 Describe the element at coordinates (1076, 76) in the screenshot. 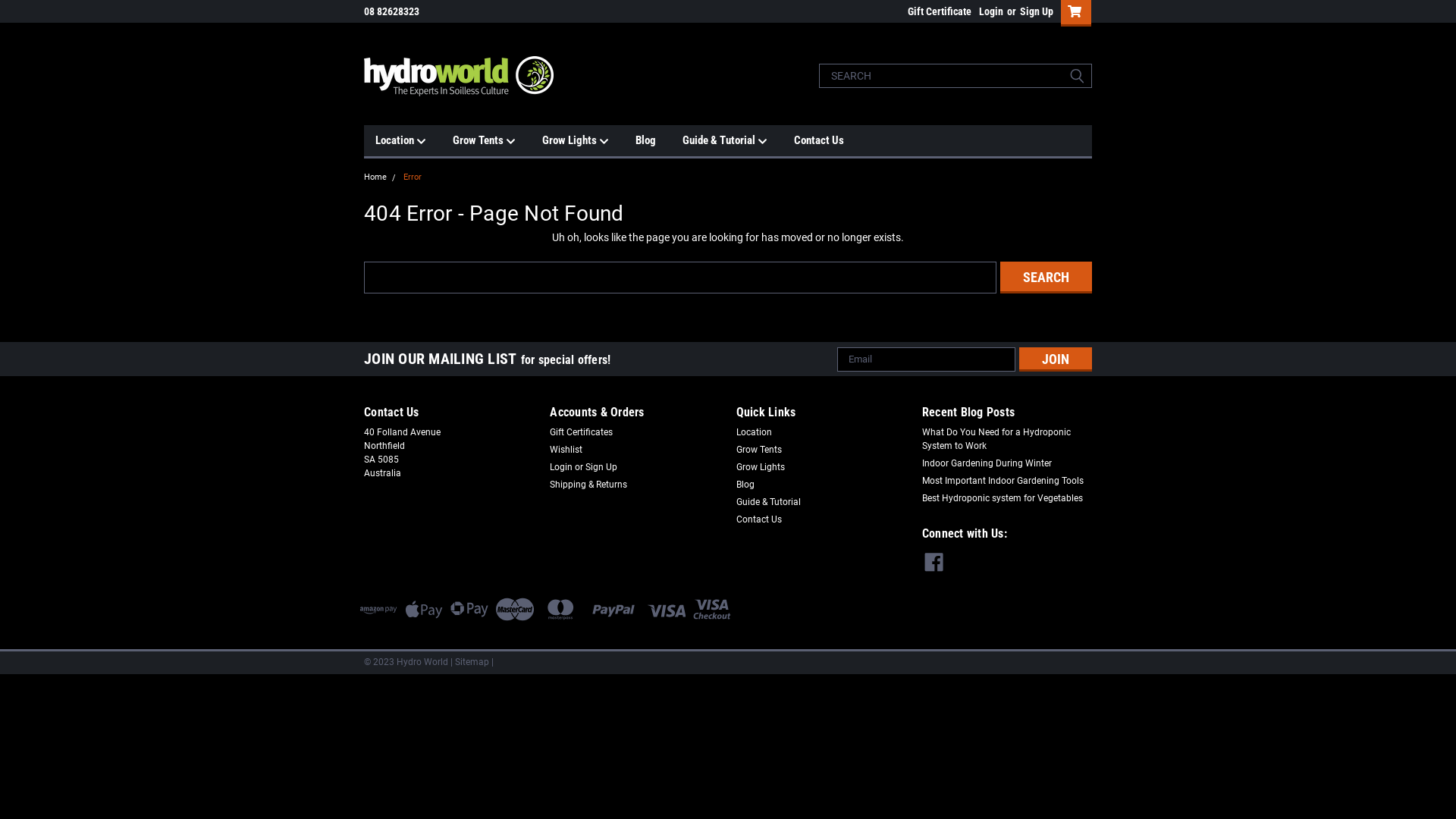

I see `'submit'` at that location.